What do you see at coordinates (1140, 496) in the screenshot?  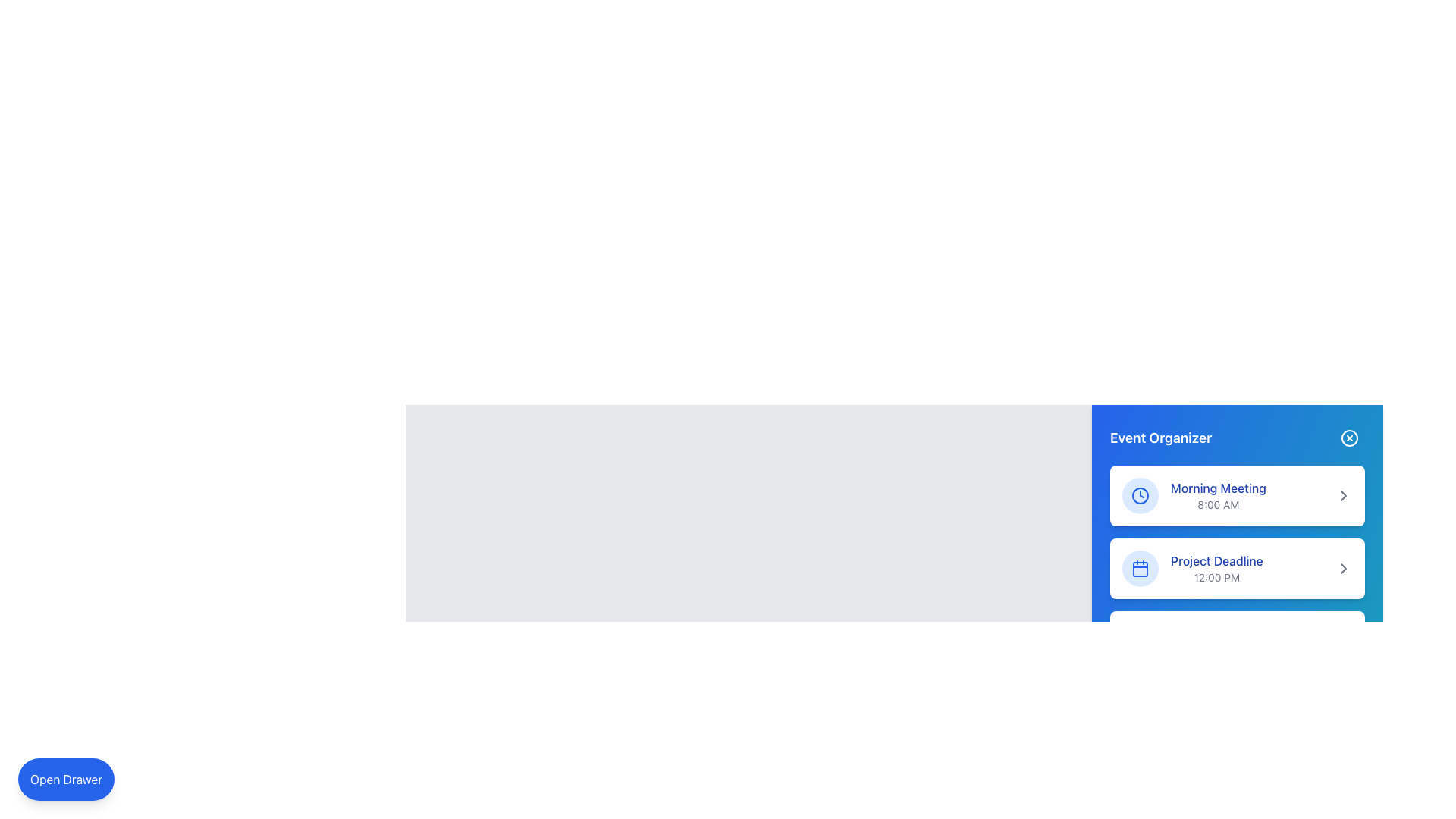 I see `the circular light blue icon with a clock symbol located in the upper-left section of the 'Morning Meeting' card, positioned to the left of the text 'Morning Meeting' and '8:00 AM'` at bounding box center [1140, 496].